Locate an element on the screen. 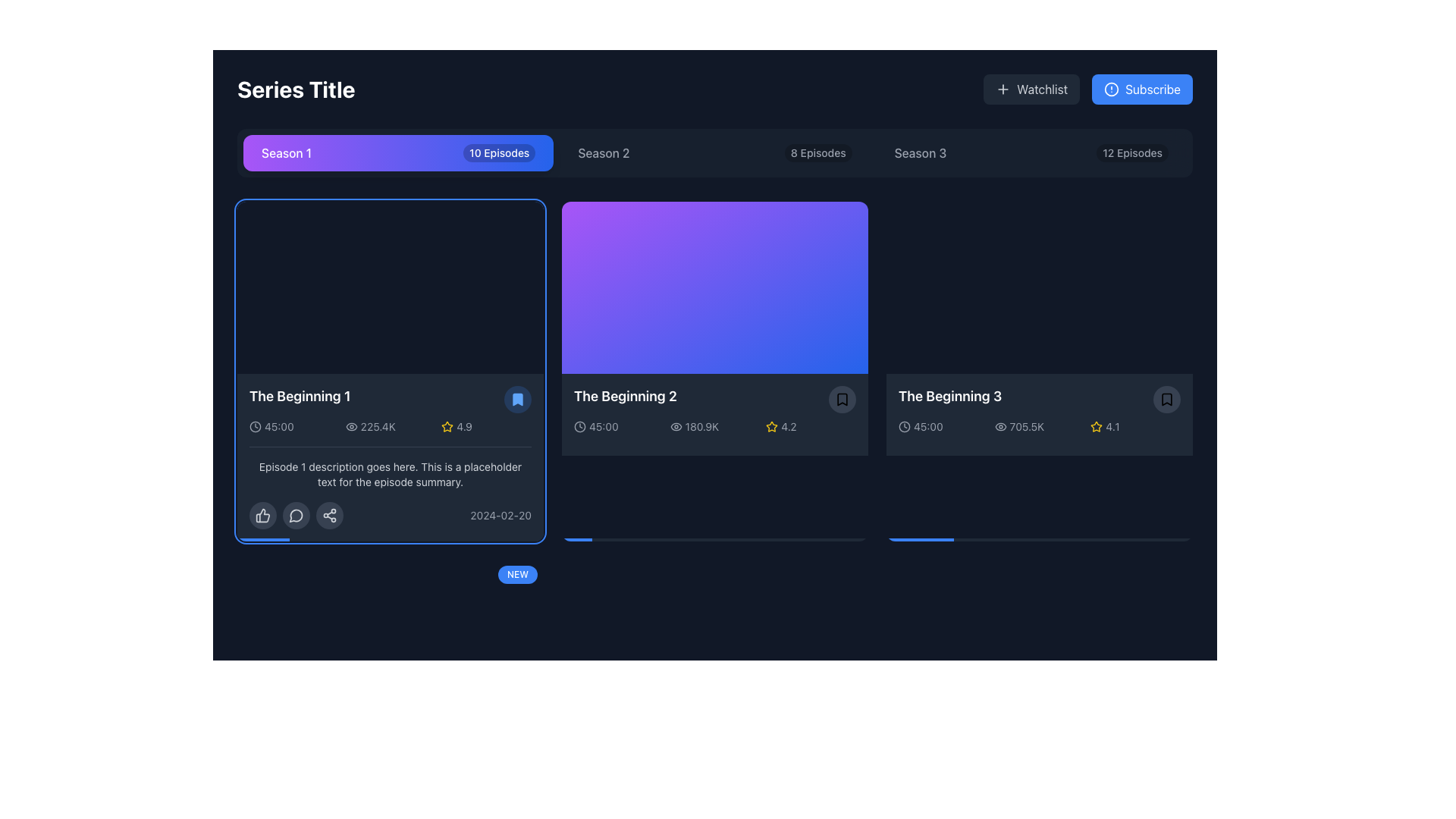 The image size is (1456, 819). the playback button for the episode titled 'The Beginning 1' is located at coordinates (390, 371).